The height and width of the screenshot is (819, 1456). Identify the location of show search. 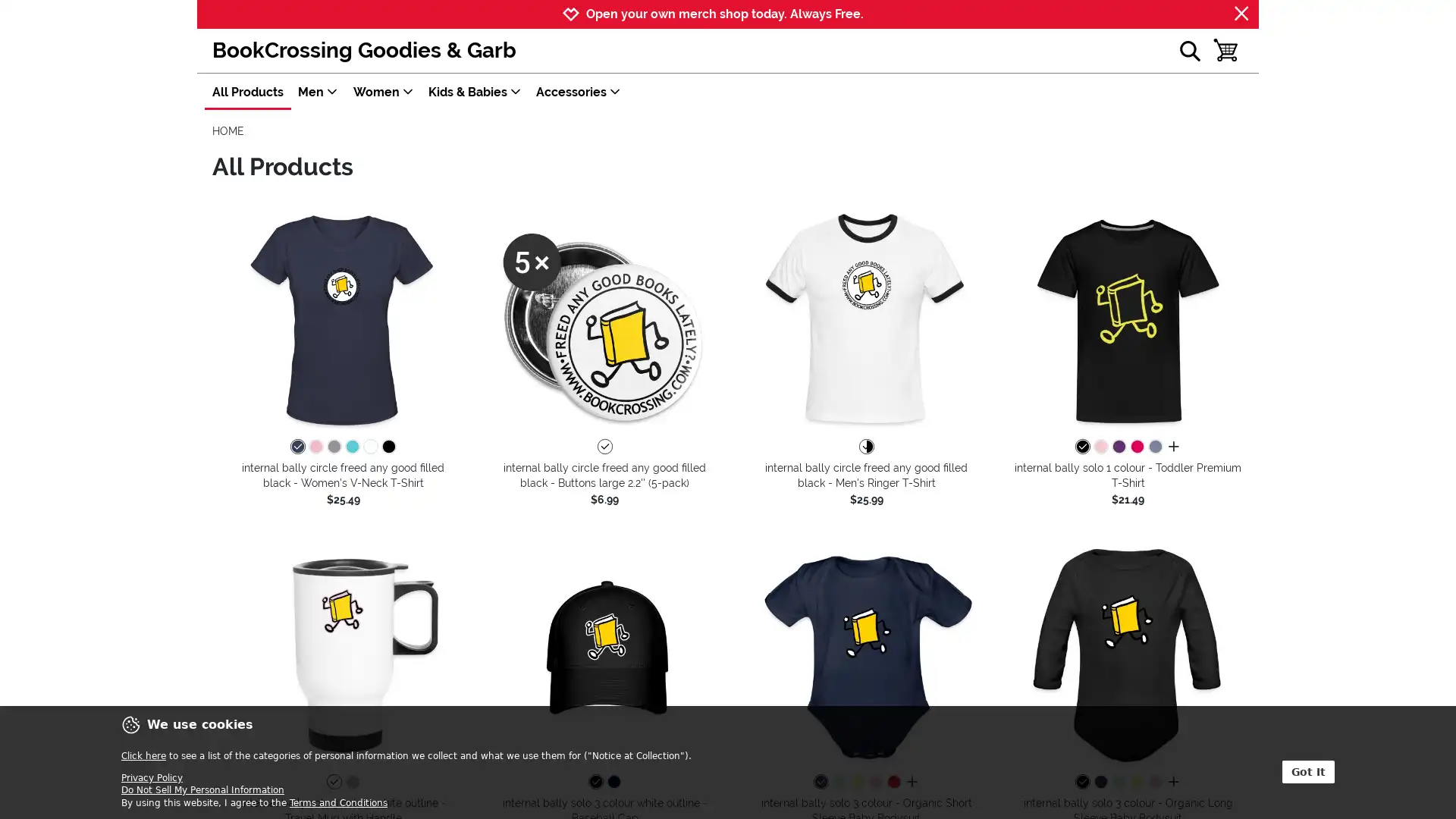
(1188, 49).